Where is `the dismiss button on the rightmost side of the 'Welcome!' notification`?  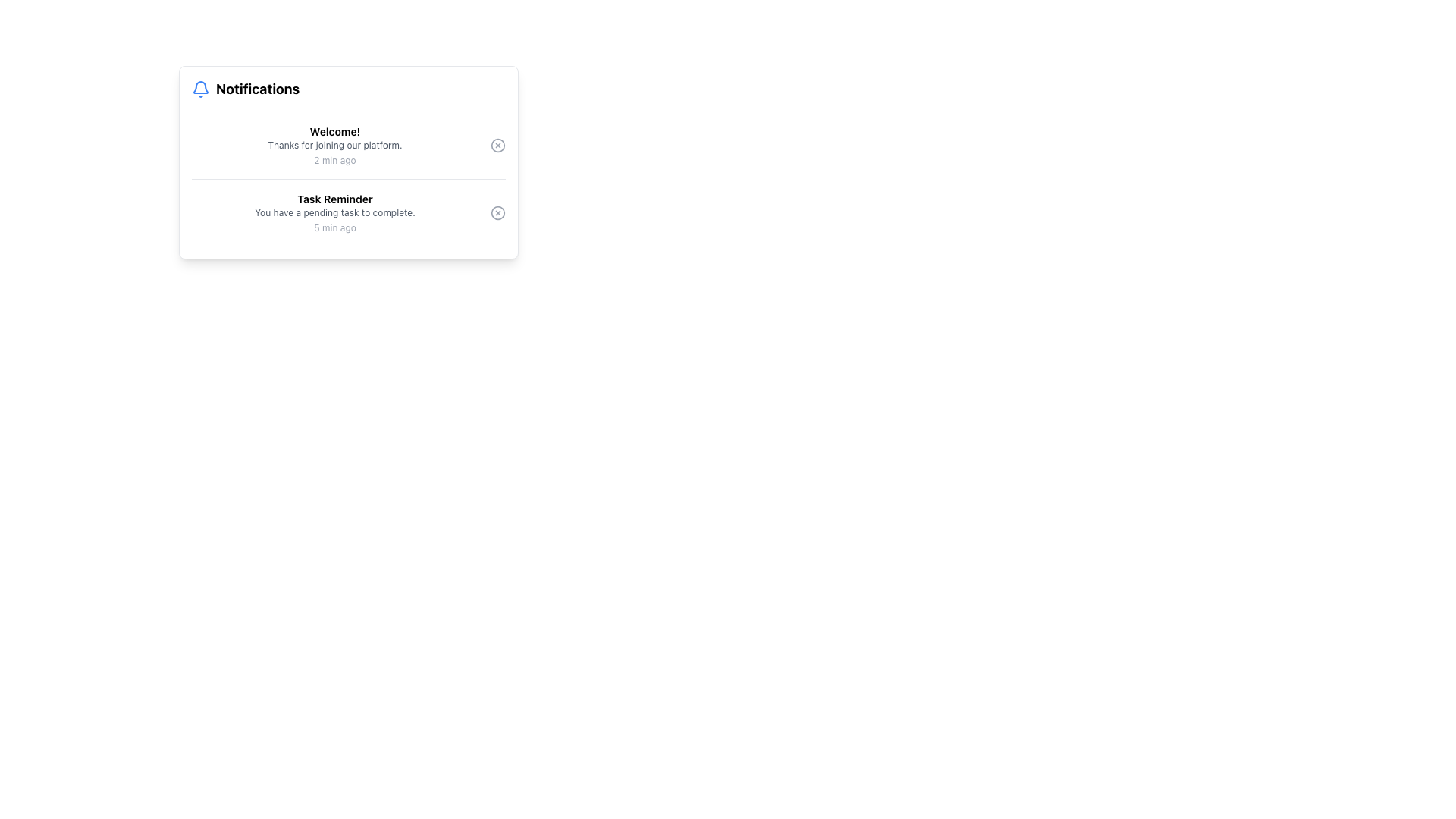
the dismiss button on the rightmost side of the 'Welcome!' notification is located at coordinates (498, 146).